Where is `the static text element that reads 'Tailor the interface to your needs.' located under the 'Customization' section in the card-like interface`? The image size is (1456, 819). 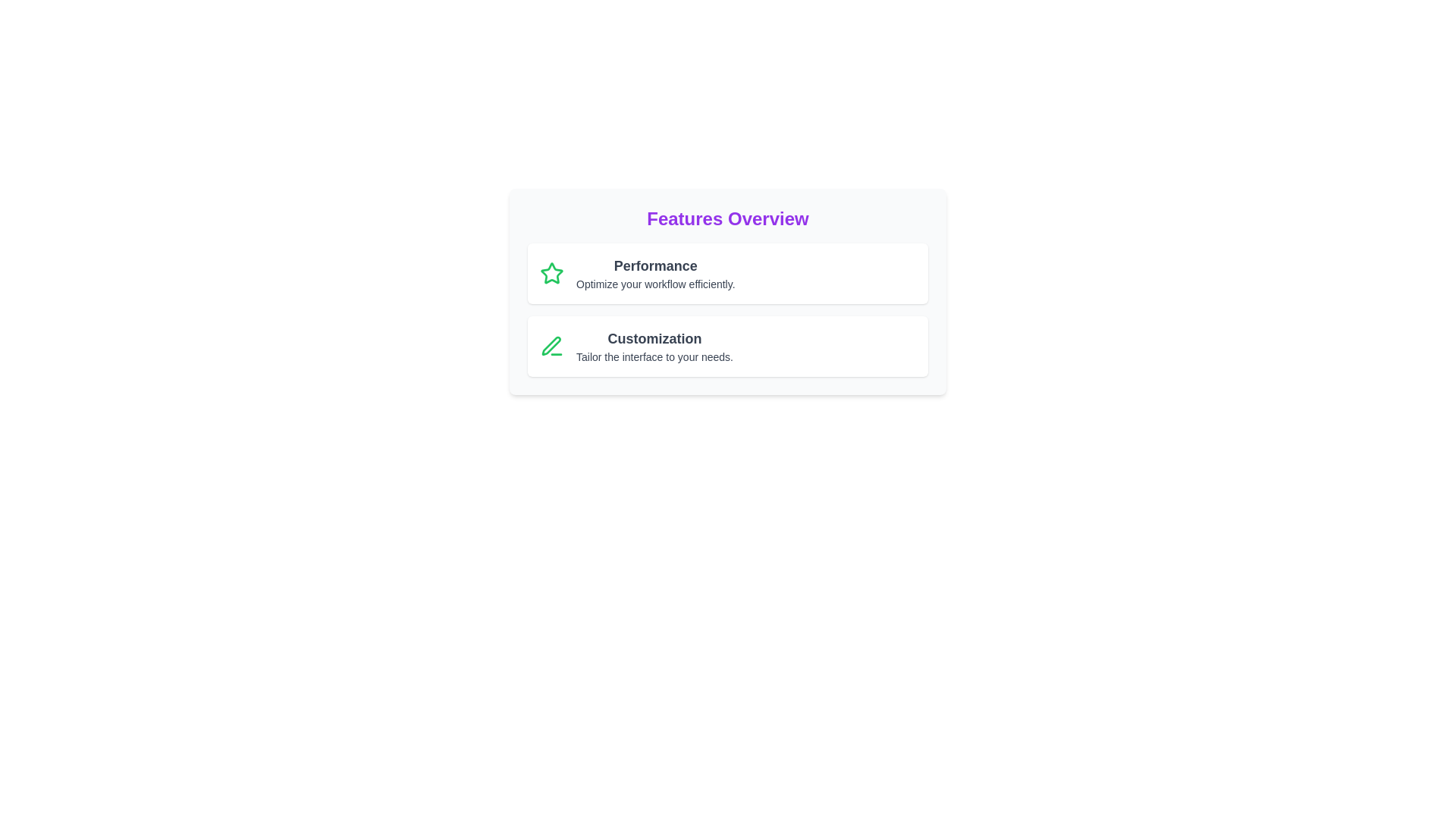
the static text element that reads 'Tailor the interface to your needs.' located under the 'Customization' section in the card-like interface is located at coordinates (654, 356).